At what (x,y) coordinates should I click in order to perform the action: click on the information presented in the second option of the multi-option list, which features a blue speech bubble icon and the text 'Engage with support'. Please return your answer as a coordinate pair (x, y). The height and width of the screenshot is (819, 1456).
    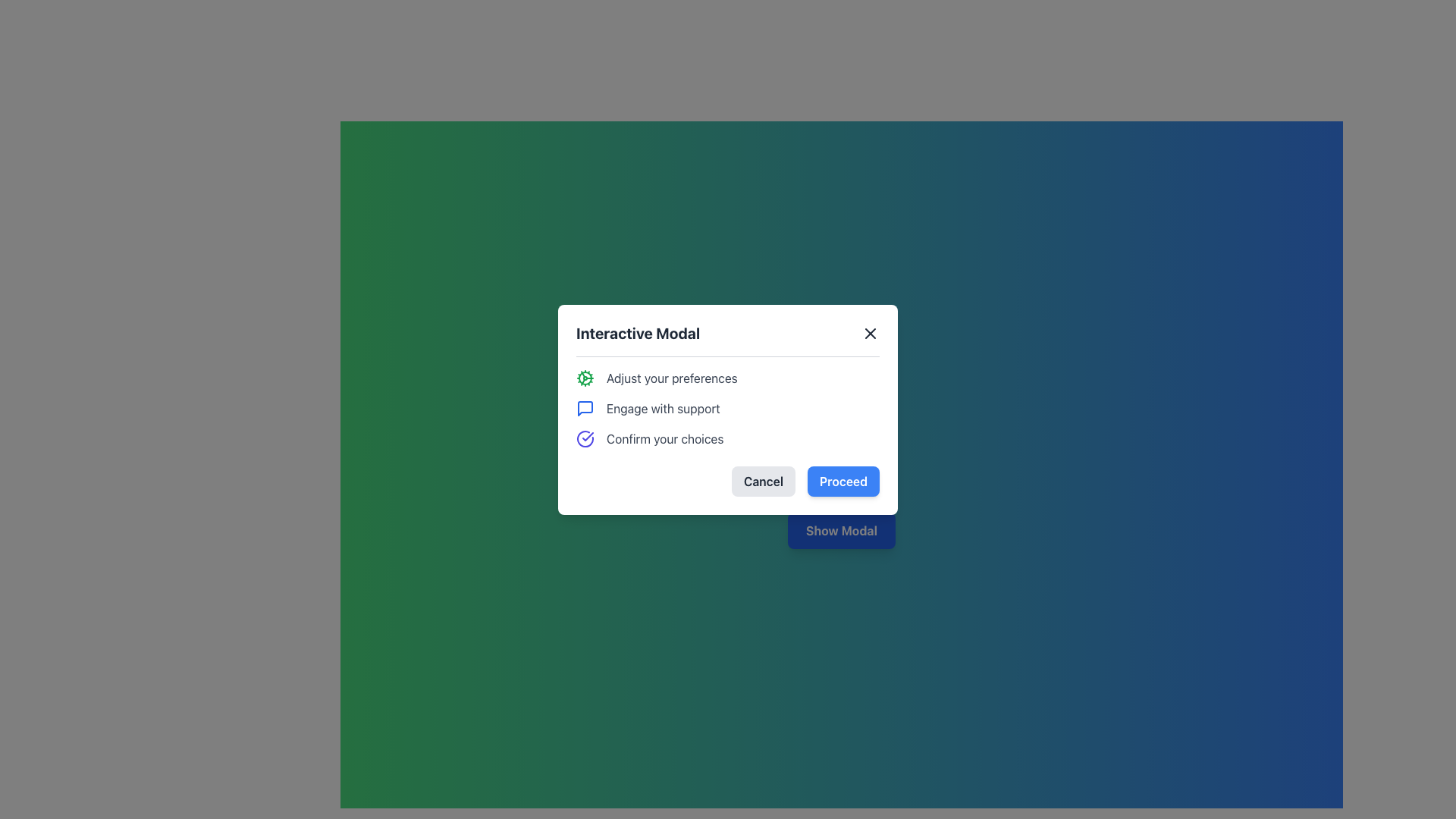
    Looking at the image, I should click on (728, 407).